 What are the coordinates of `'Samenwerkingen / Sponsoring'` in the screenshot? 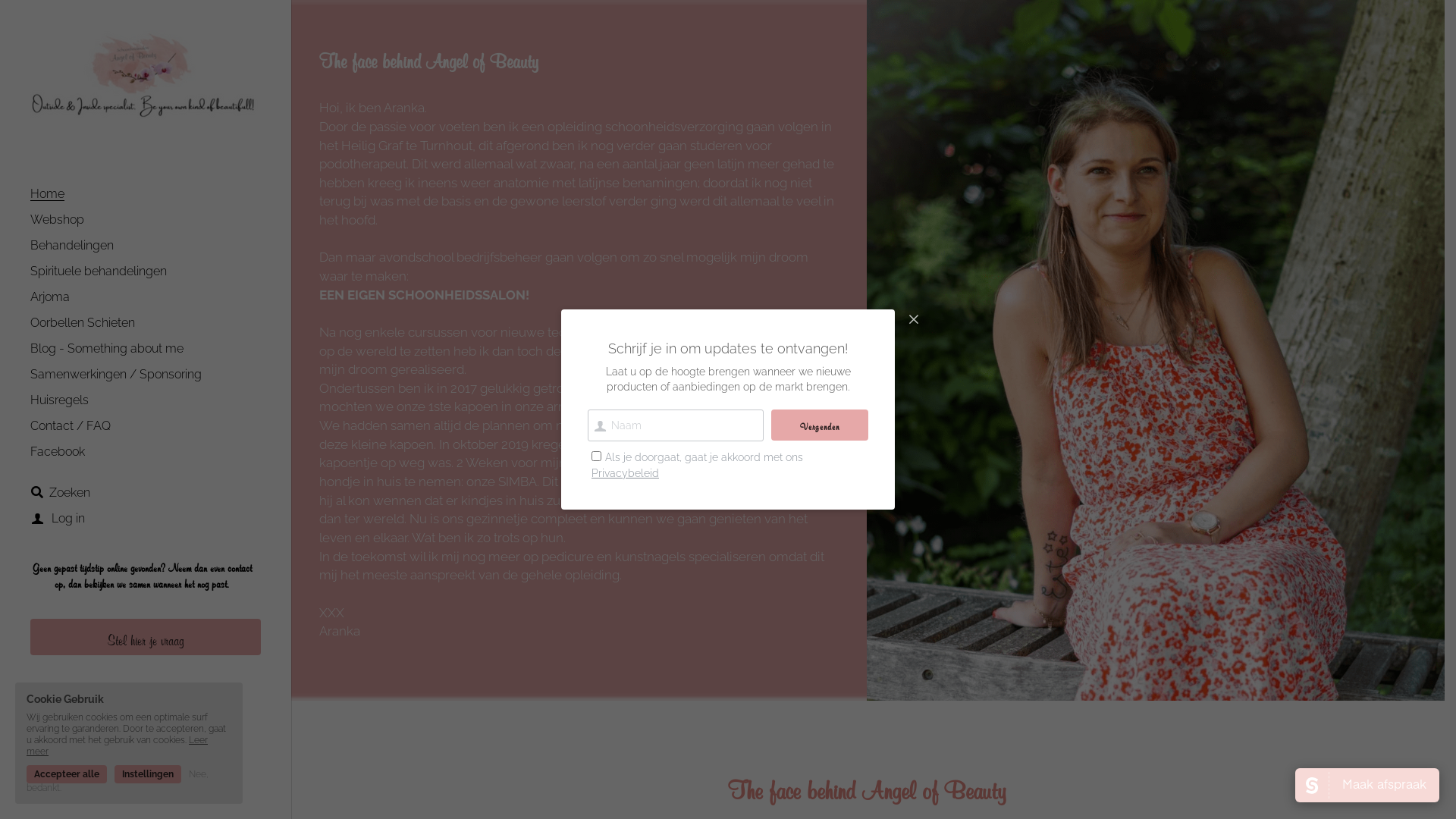 It's located at (115, 374).